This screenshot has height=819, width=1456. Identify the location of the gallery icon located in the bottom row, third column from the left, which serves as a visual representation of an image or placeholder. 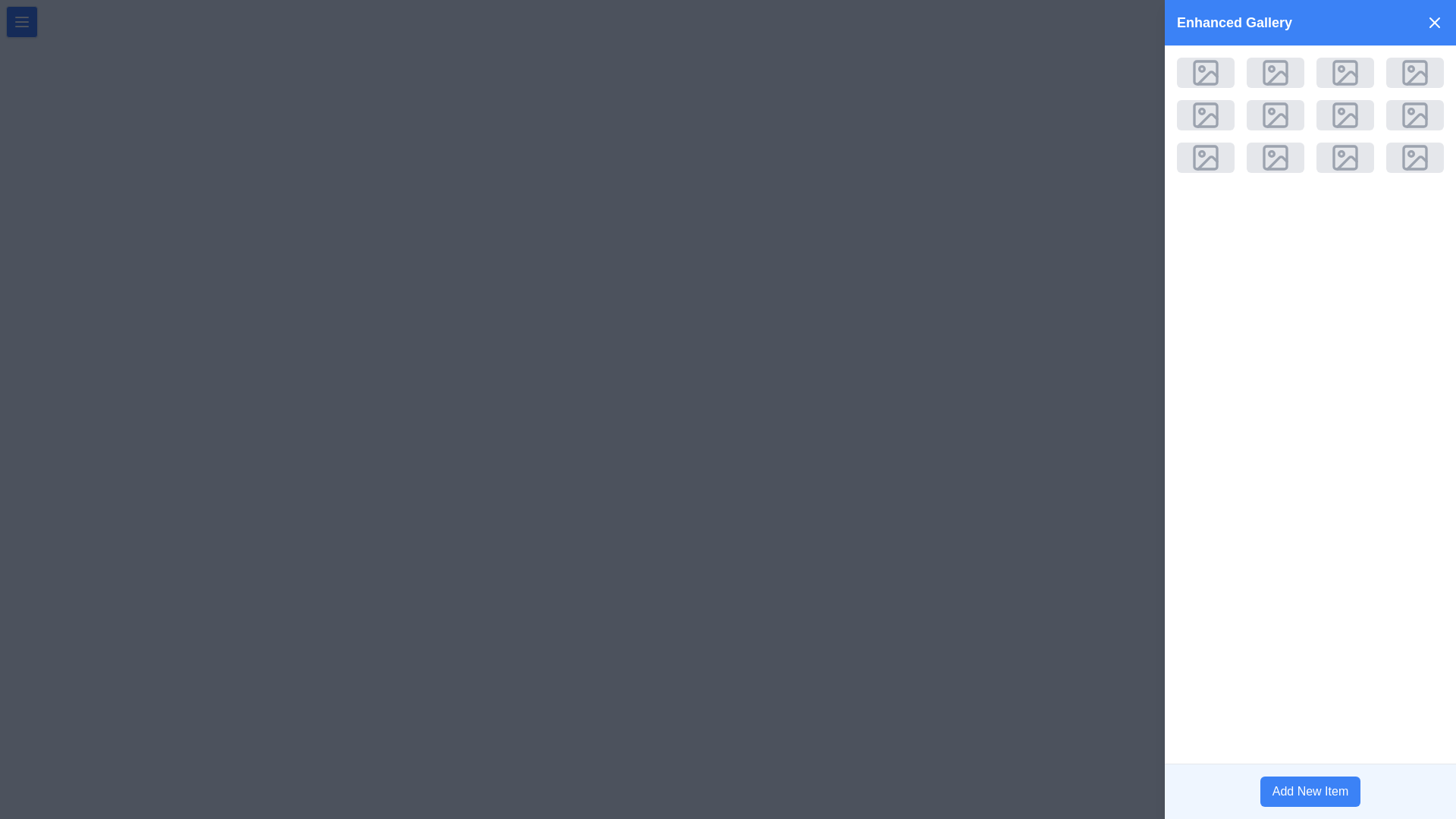
(1345, 158).